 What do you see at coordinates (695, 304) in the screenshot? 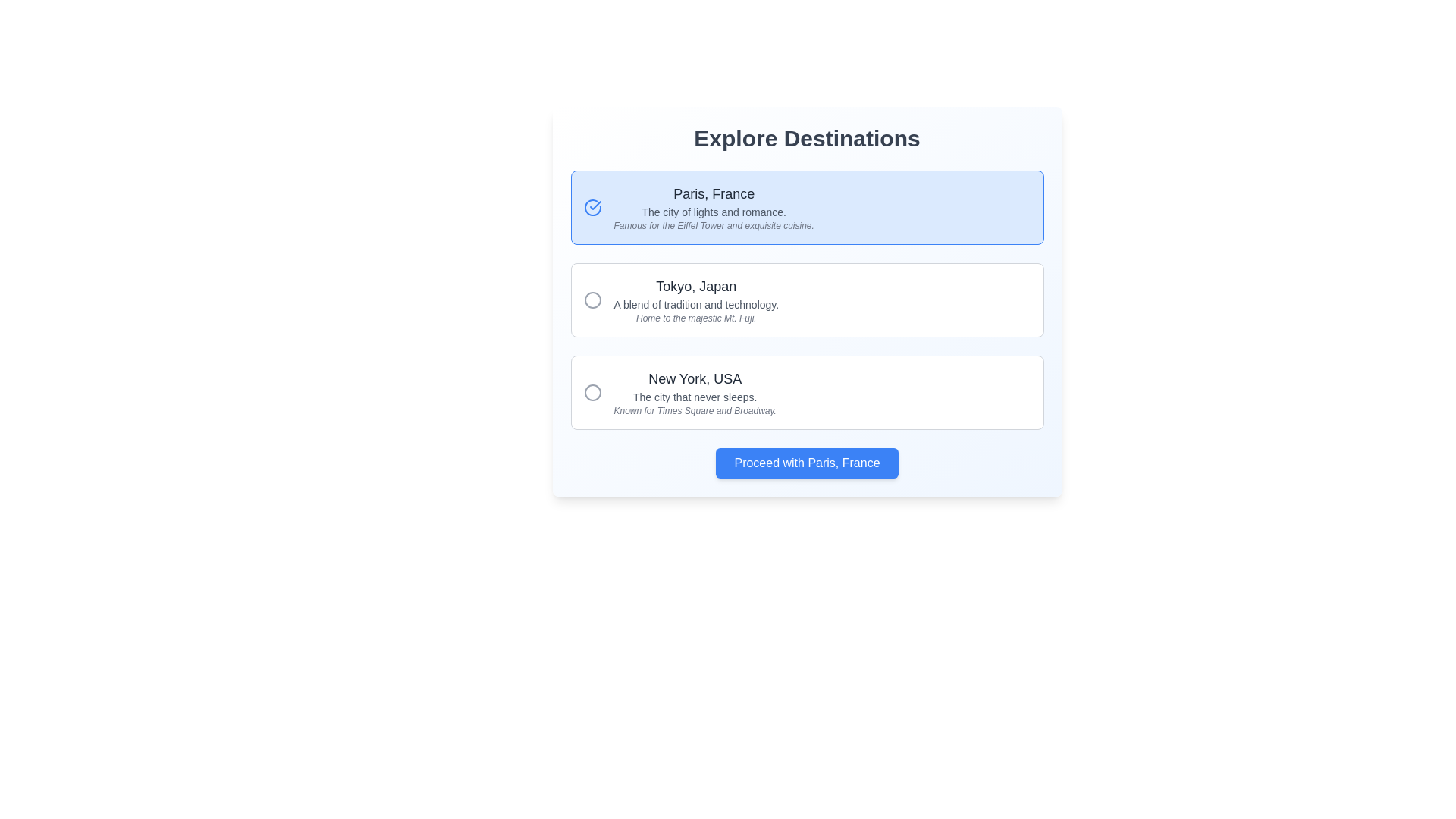
I see `the text label that contains the phrase 'A blend of tradition and technology.' which is styled in gray and located below the 'Tokyo, Japan' title in the second option box of the destination selections` at bounding box center [695, 304].